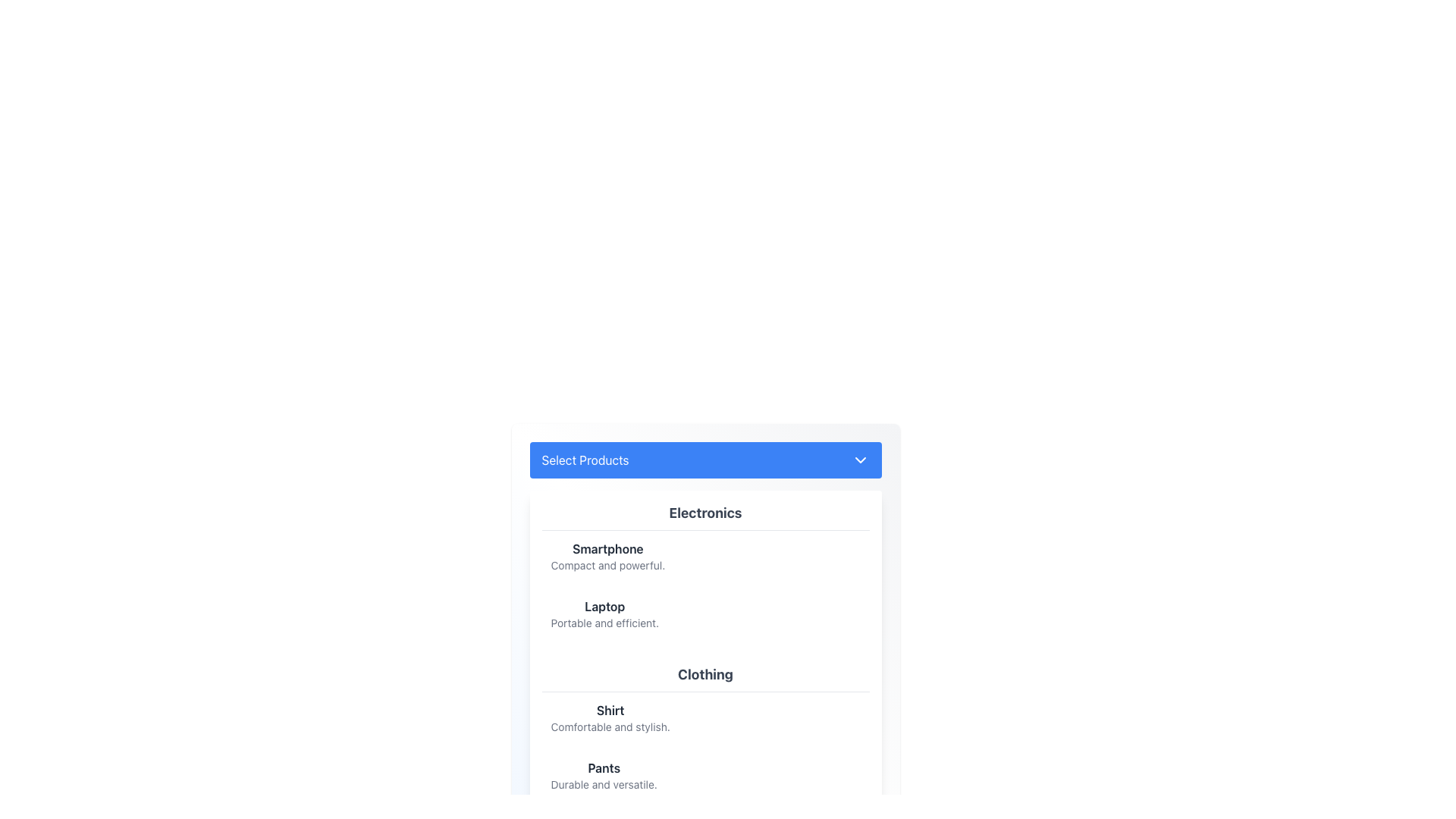 The width and height of the screenshot is (1456, 819). Describe the element at coordinates (860, 459) in the screenshot. I see `the downwards-pointing chevron icon located at the far-right end of the blue button labeled 'Select Products' in the header section` at that location.